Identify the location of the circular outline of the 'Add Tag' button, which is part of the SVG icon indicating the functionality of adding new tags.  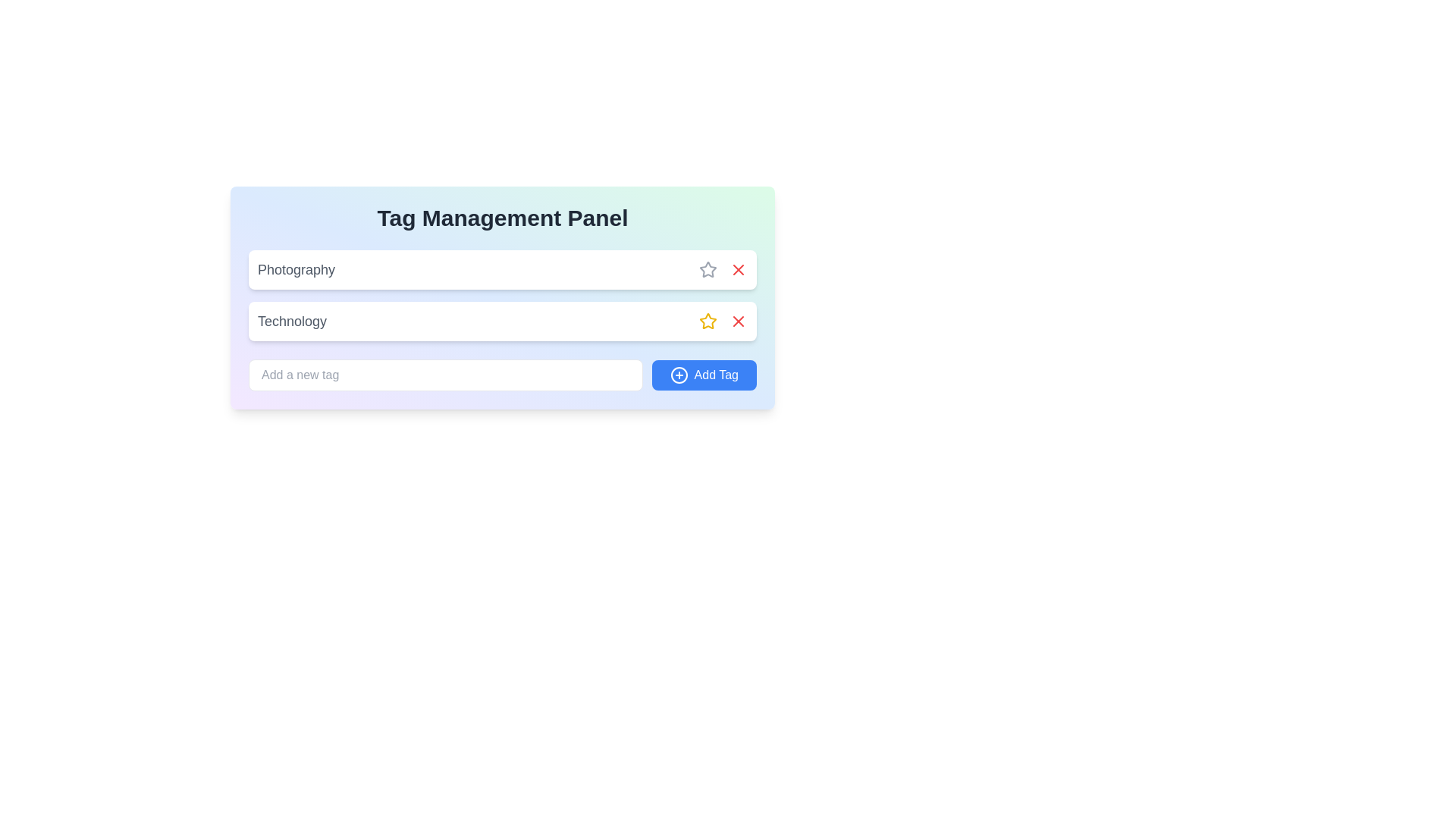
(678, 375).